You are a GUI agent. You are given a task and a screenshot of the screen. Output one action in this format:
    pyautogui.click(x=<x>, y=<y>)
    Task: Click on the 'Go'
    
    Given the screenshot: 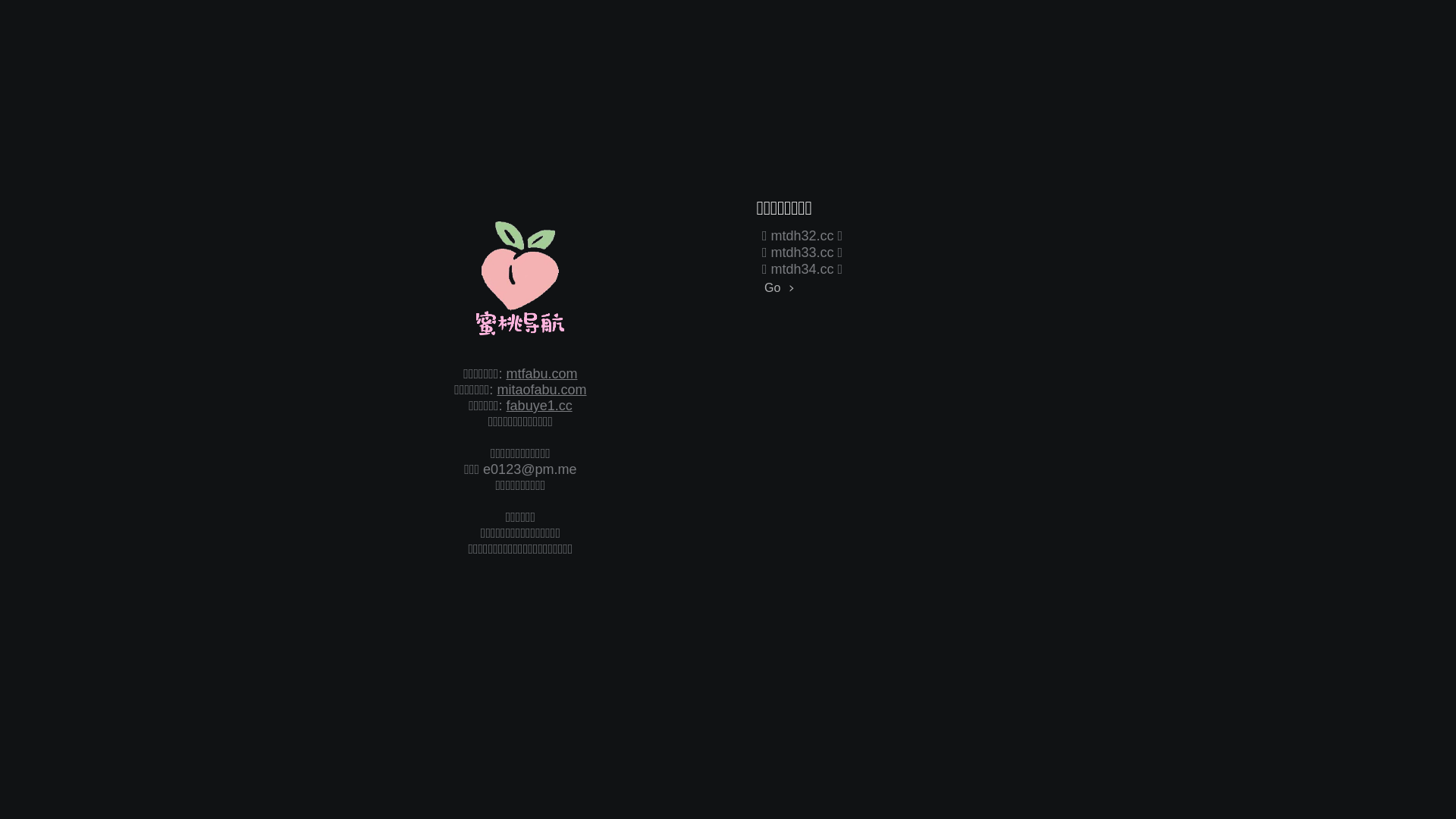 What is the action you would take?
    pyautogui.click(x=761, y=287)
    